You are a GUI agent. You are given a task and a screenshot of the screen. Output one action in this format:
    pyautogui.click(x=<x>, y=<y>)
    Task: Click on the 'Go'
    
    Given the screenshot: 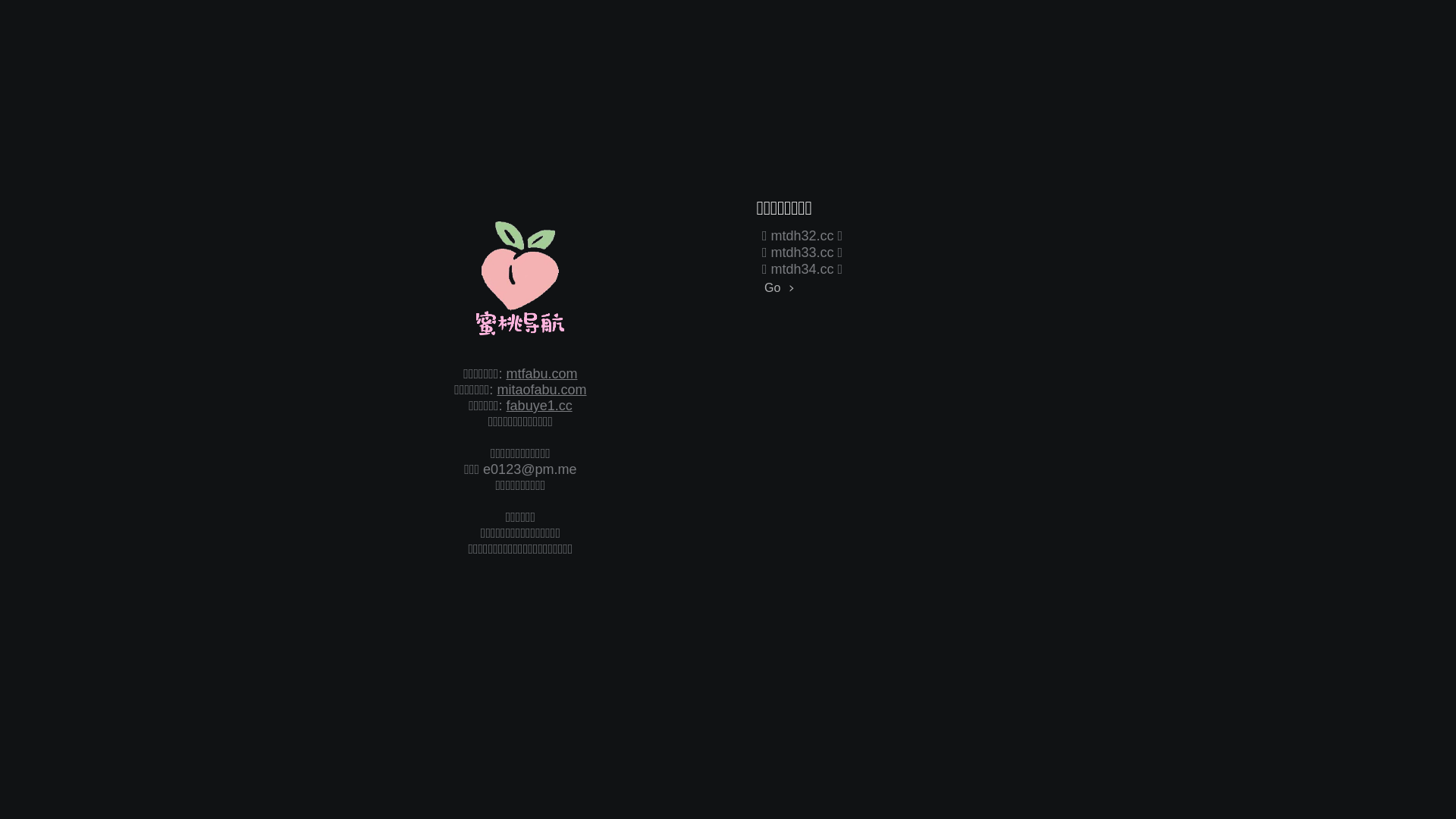 What is the action you would take?
    pyautogui.click(x=761, y=287)
    